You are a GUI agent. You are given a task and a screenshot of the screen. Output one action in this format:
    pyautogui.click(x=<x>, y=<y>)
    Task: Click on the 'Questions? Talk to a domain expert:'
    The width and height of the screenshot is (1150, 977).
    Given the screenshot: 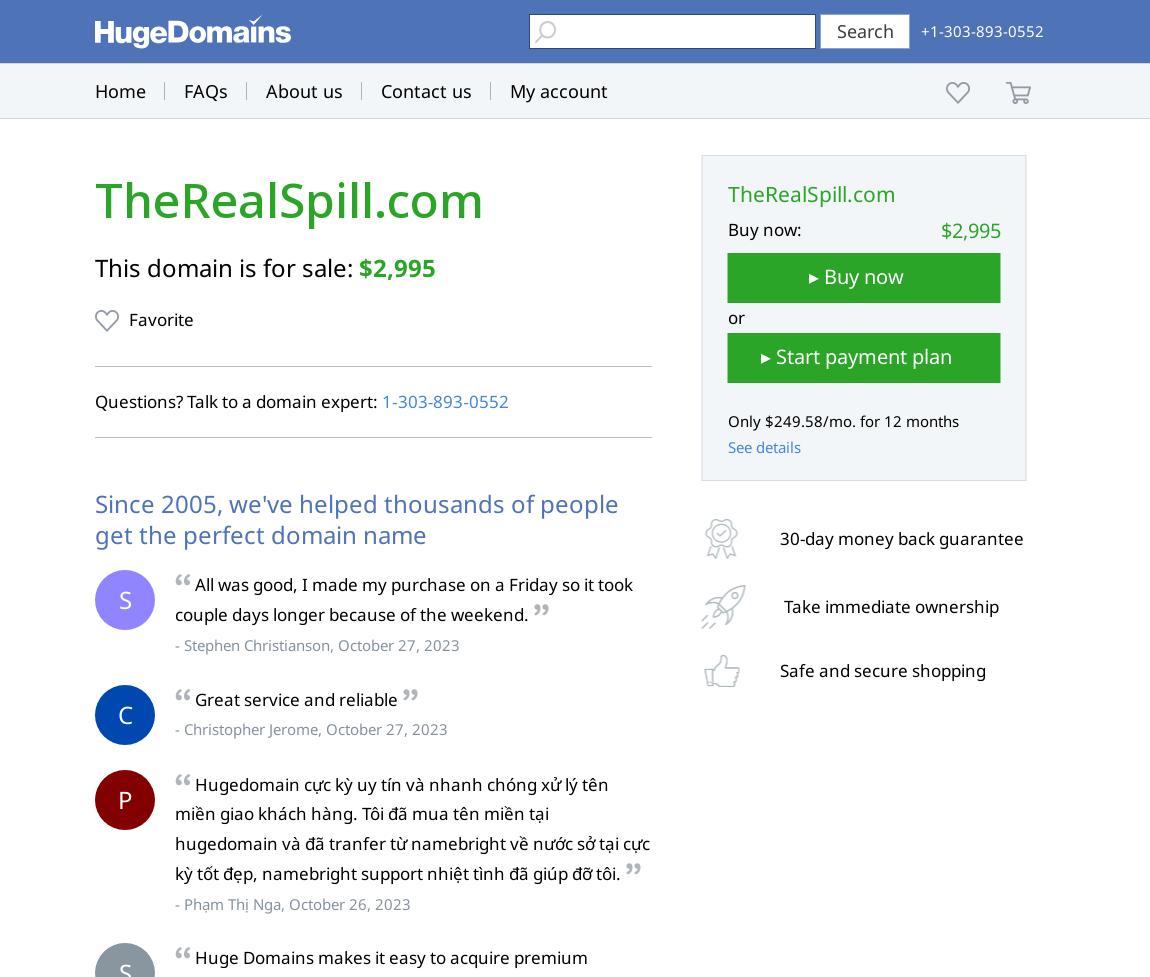 What is the action you would take?
    pyautogui.click(x=237, y=401)
    